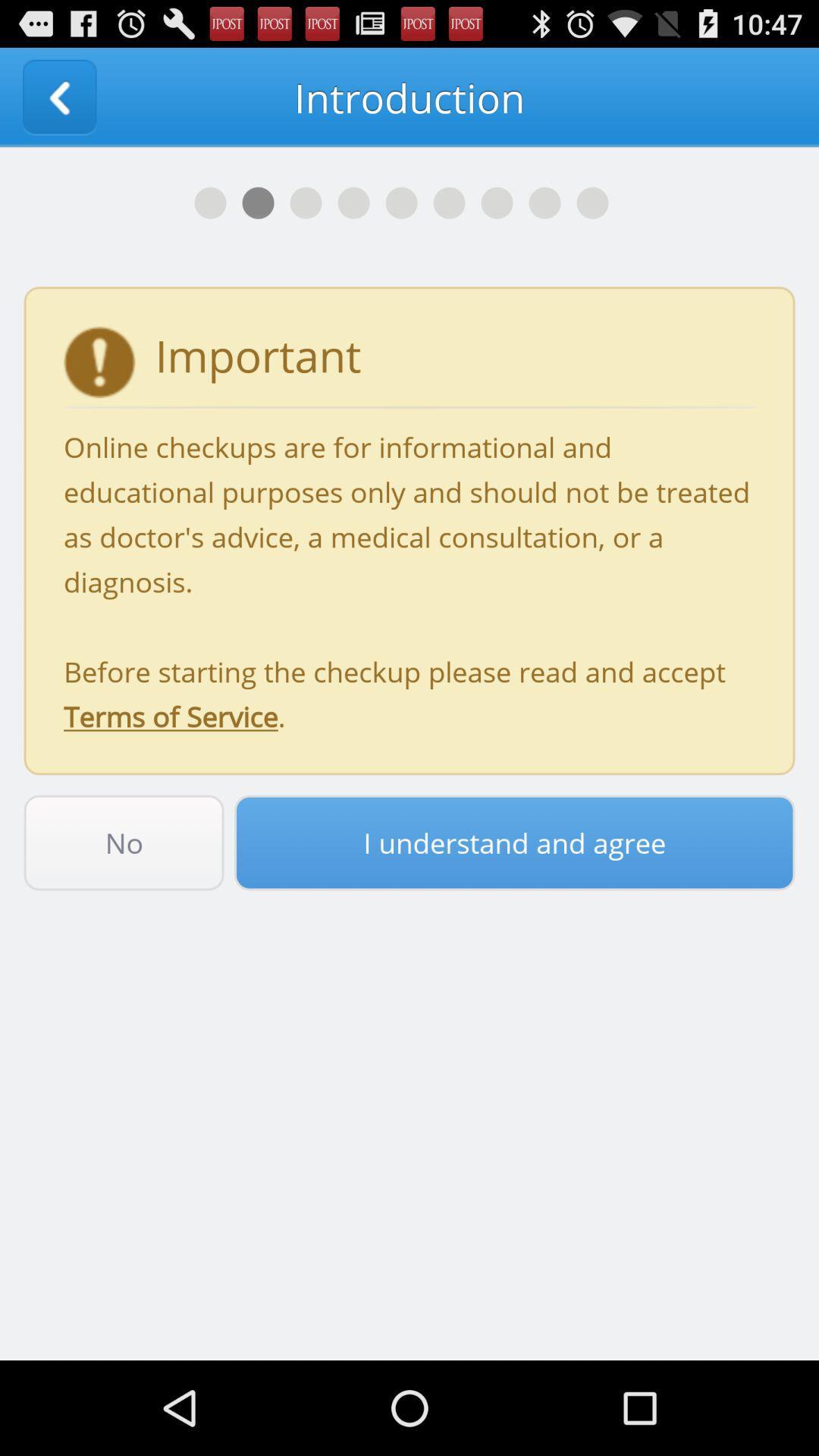  I want to click on the item to the right of the no icon, so click(513, 842).